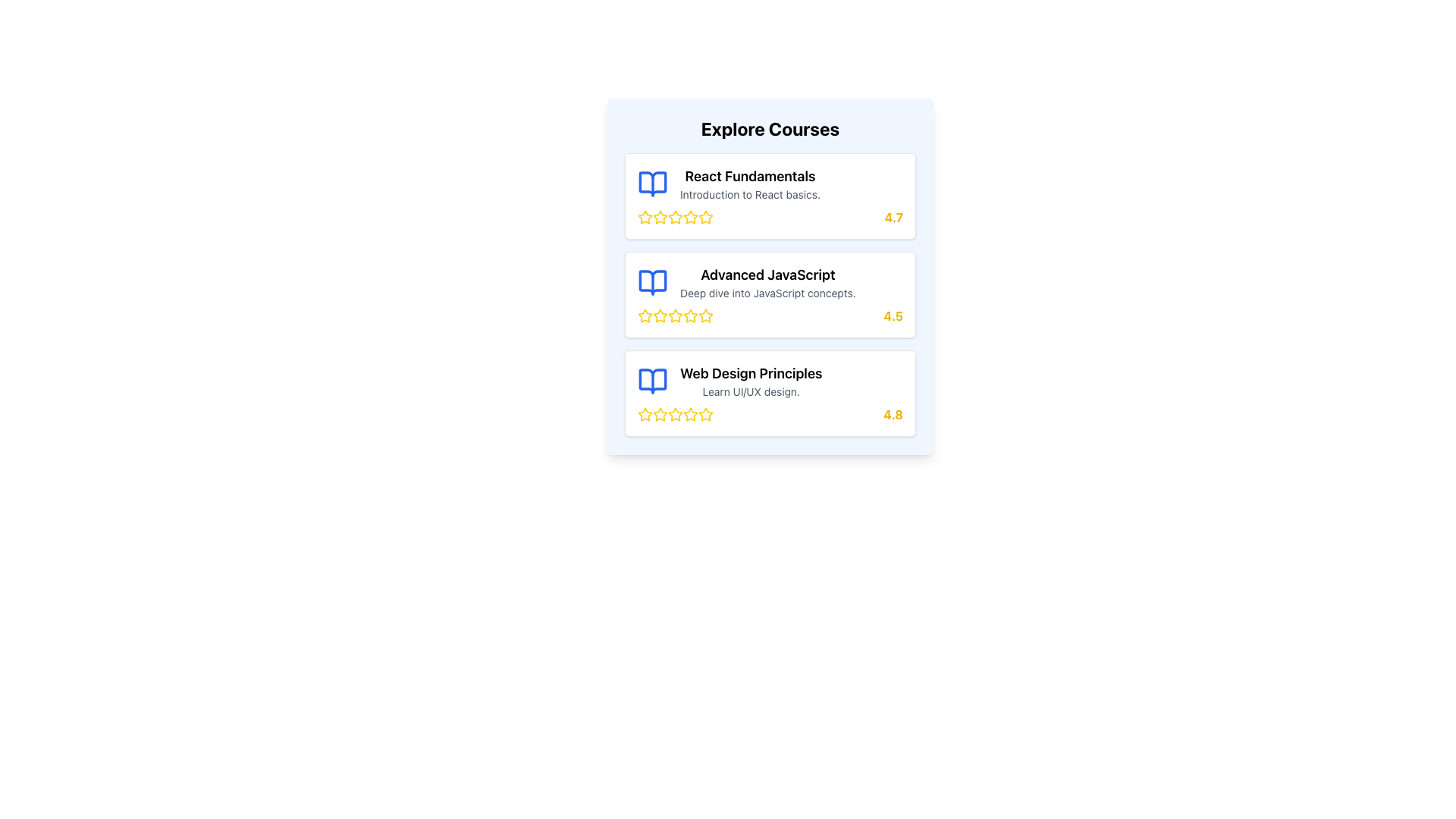 This screenshot has width=1456, height=819. What do you see at coordinates (652, 380) in the screenshot?
I see `the graphical icon of an open book with a blue outline, located to the left of the 'Web Design Principles' course title in the third row of the 'Explore Courses' section` at bounding box center [652, 380].